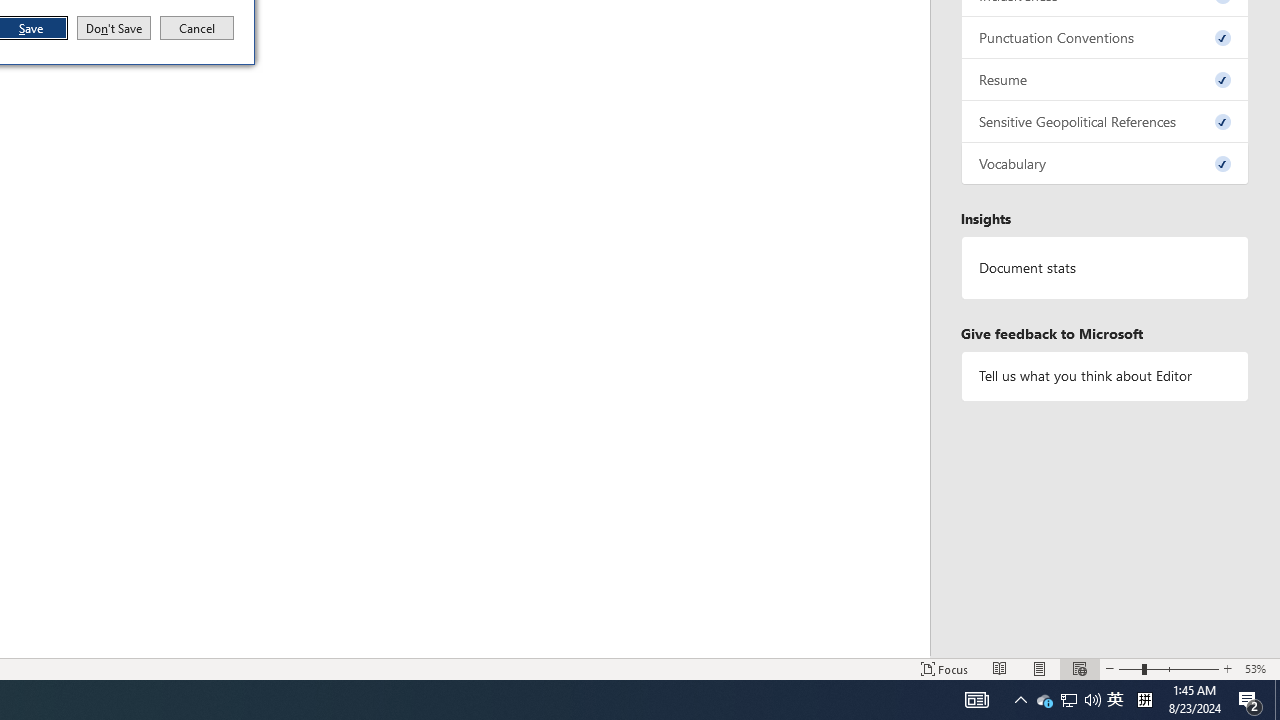 The height and width of the screenshot is (720, 1280). Describe the element at coordinates (1144, 698) in the screenshot. I see `'Tray Input Indicator - Chinese (Simplified, China)'` at that location.